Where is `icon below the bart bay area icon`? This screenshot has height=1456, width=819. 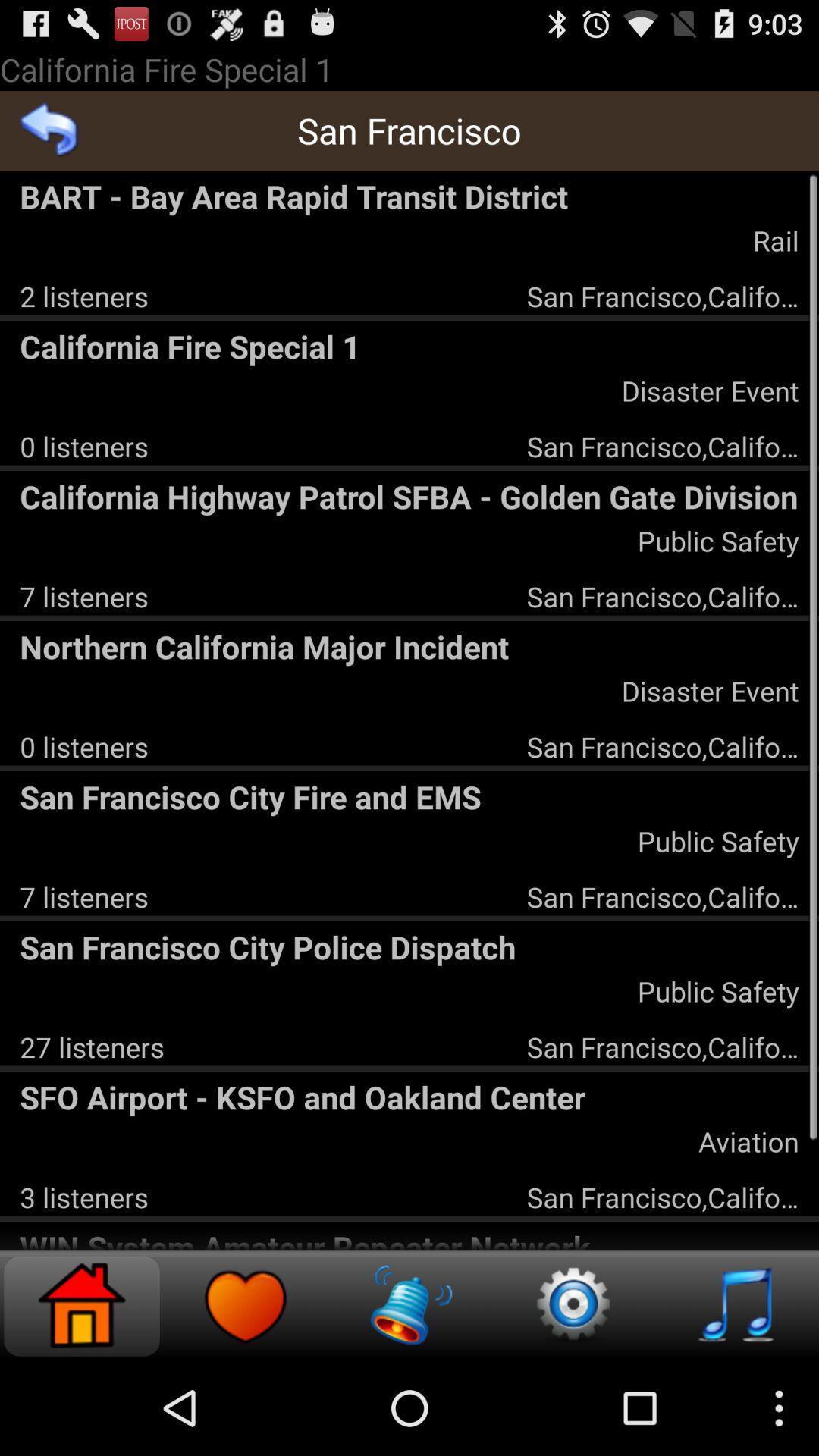 icon below the bart bay area icon is located at coordinates (776, 240).